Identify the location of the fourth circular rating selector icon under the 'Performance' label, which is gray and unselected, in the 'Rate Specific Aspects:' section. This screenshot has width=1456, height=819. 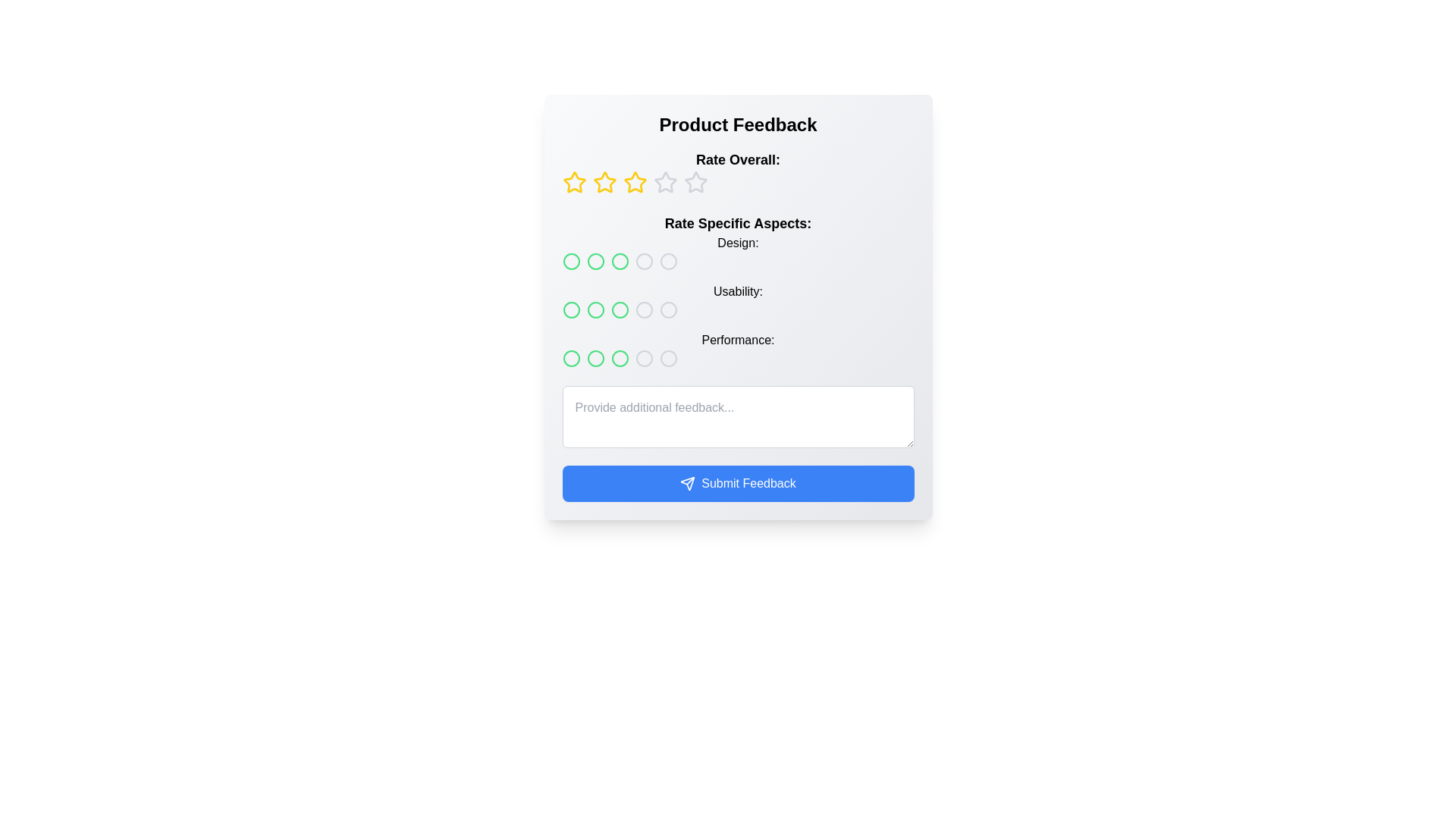
(667, 359).